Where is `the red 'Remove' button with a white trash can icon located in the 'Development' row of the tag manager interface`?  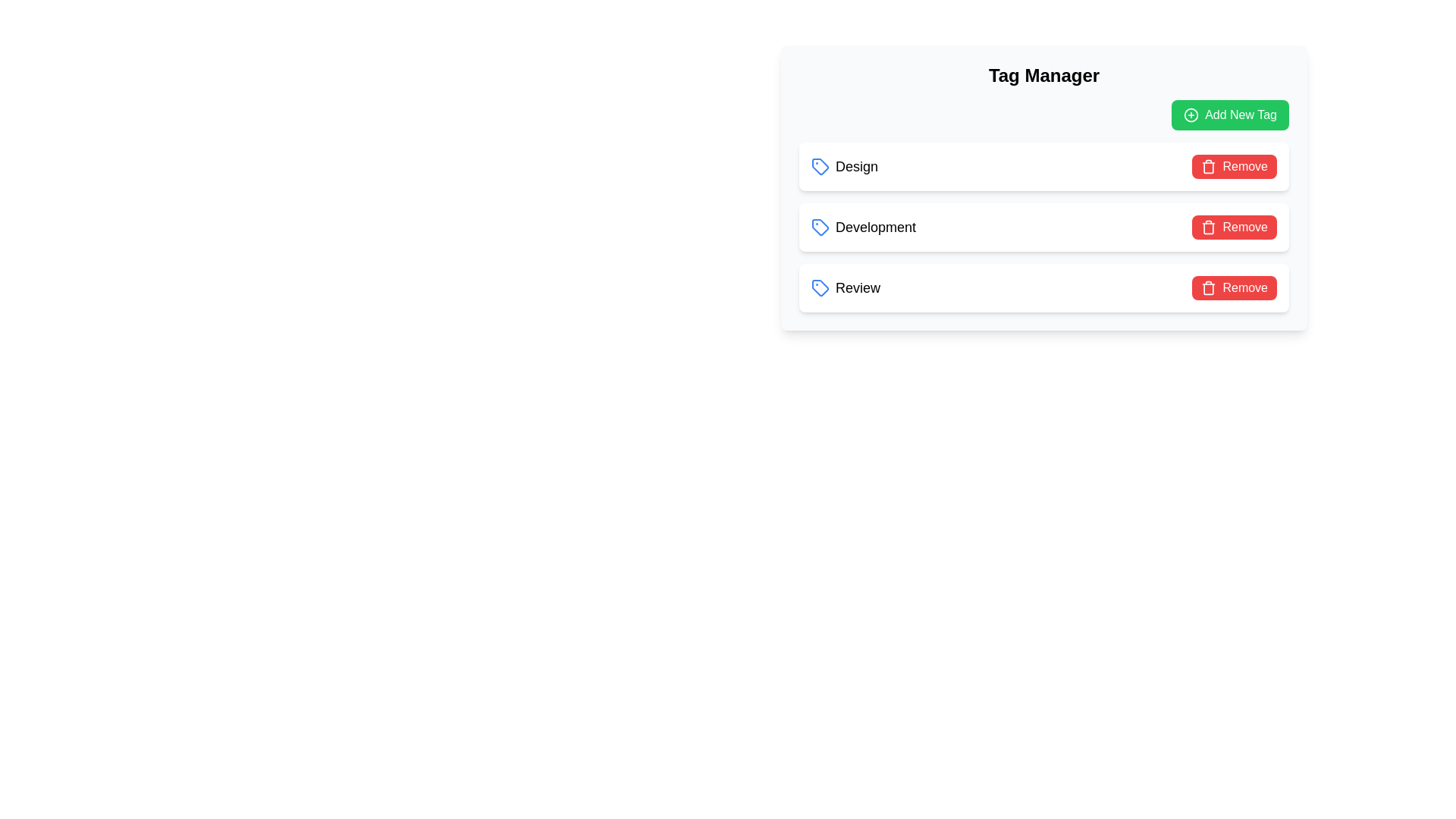 the red 'Remove' button with a white trash can icon located in the 'Development' row of the tag manager interface is located at coordinates (1234, 227).